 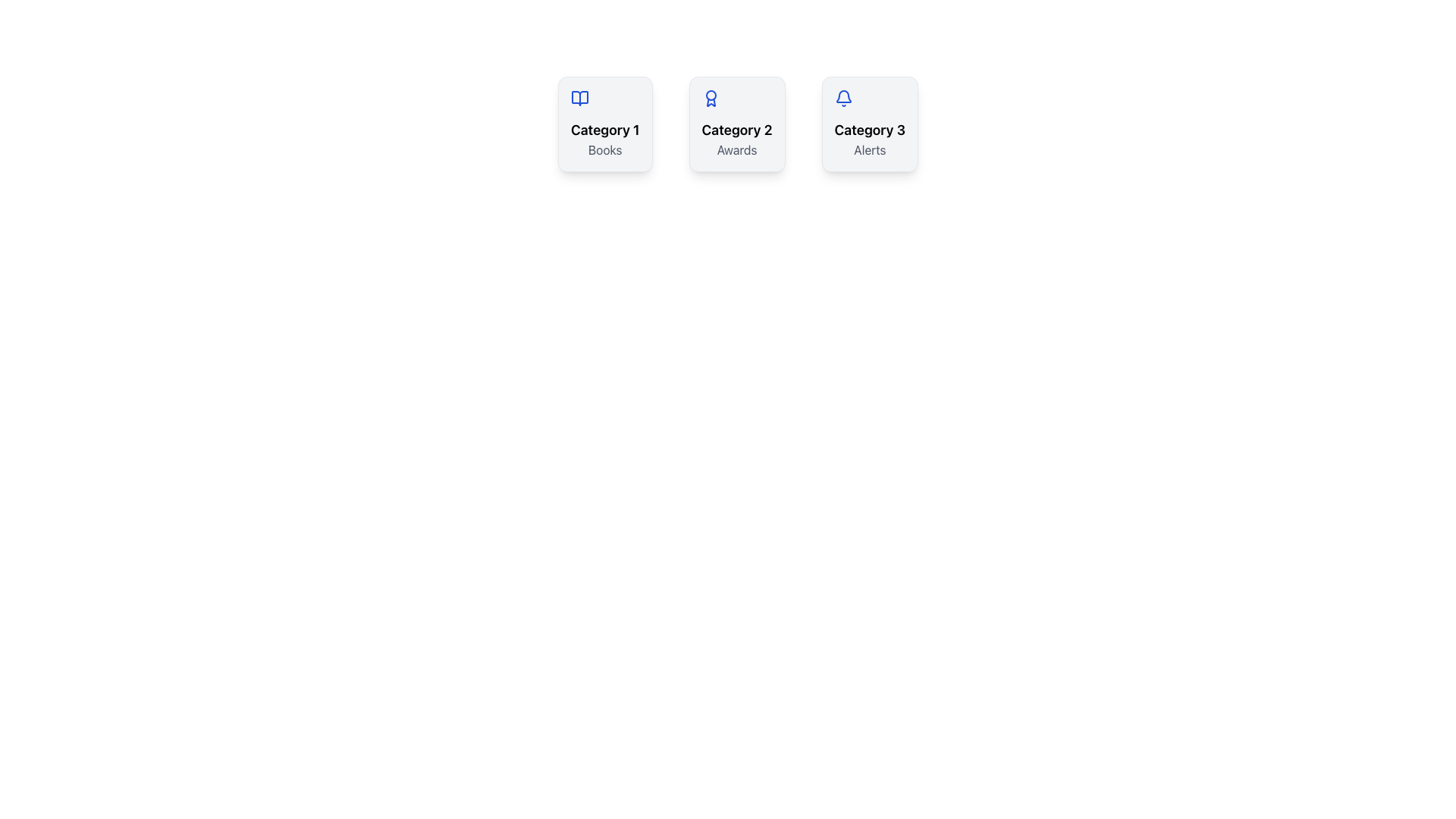 What do you see at coordinates (843, 99) in the screenshot?
I see `the bell icon located above the text 'Category 3' and 'Alerts' in the 'Category 3' card` at bounding box center [843, 99].